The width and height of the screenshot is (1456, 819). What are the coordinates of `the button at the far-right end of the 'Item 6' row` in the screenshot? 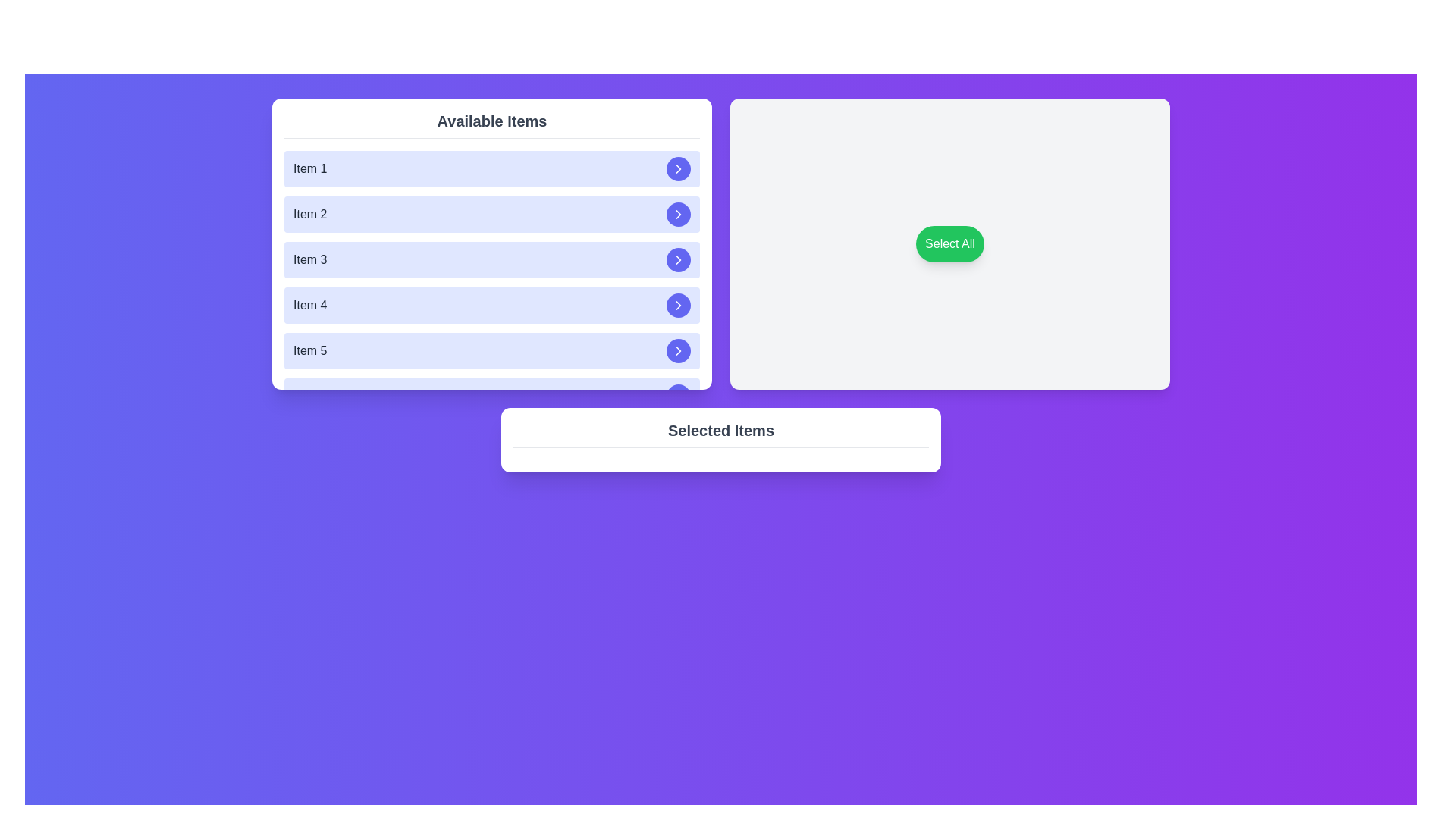 It's located at (677, 396).